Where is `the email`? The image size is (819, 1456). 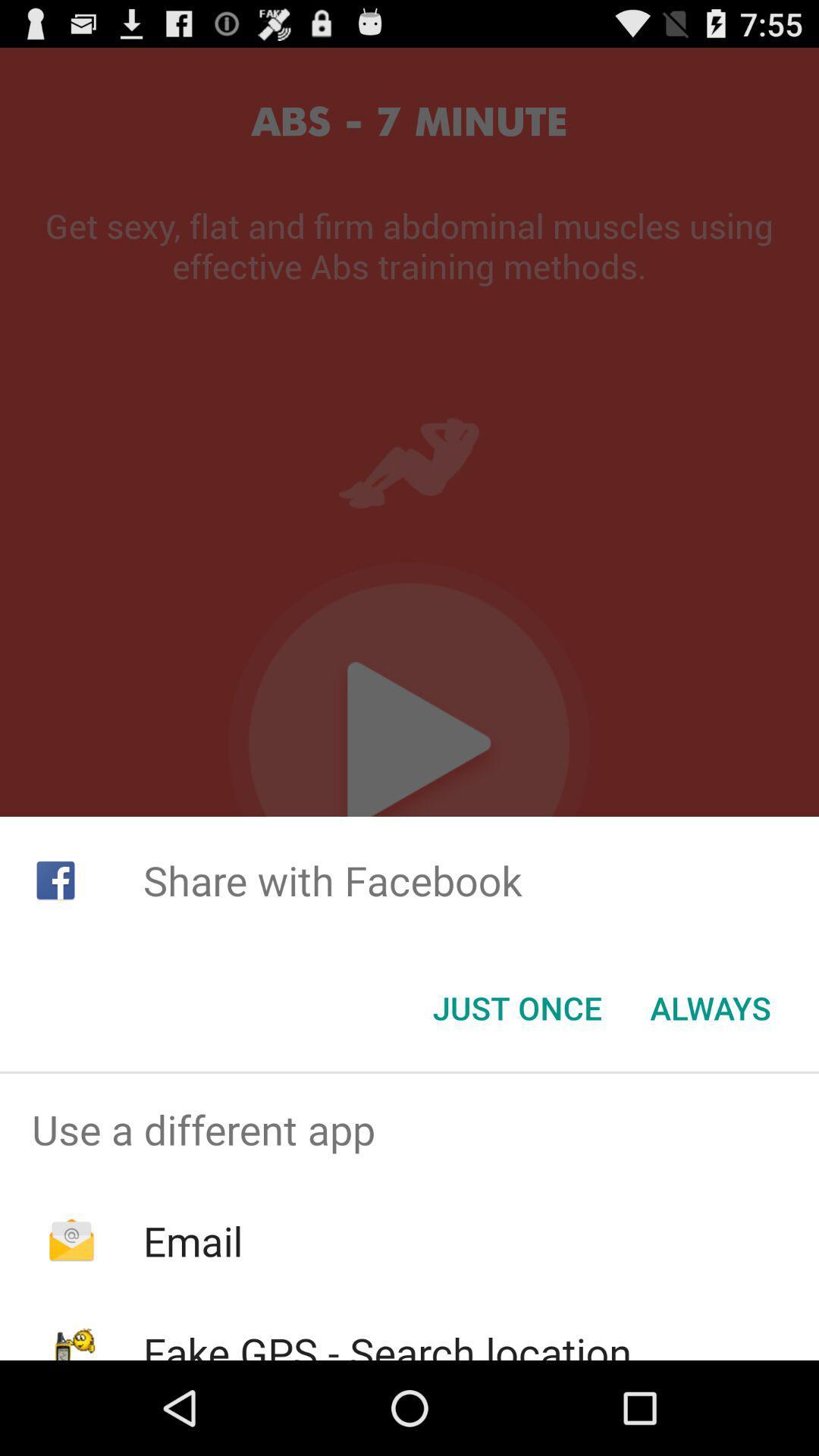
the email is located at coordinates (192, 1241).